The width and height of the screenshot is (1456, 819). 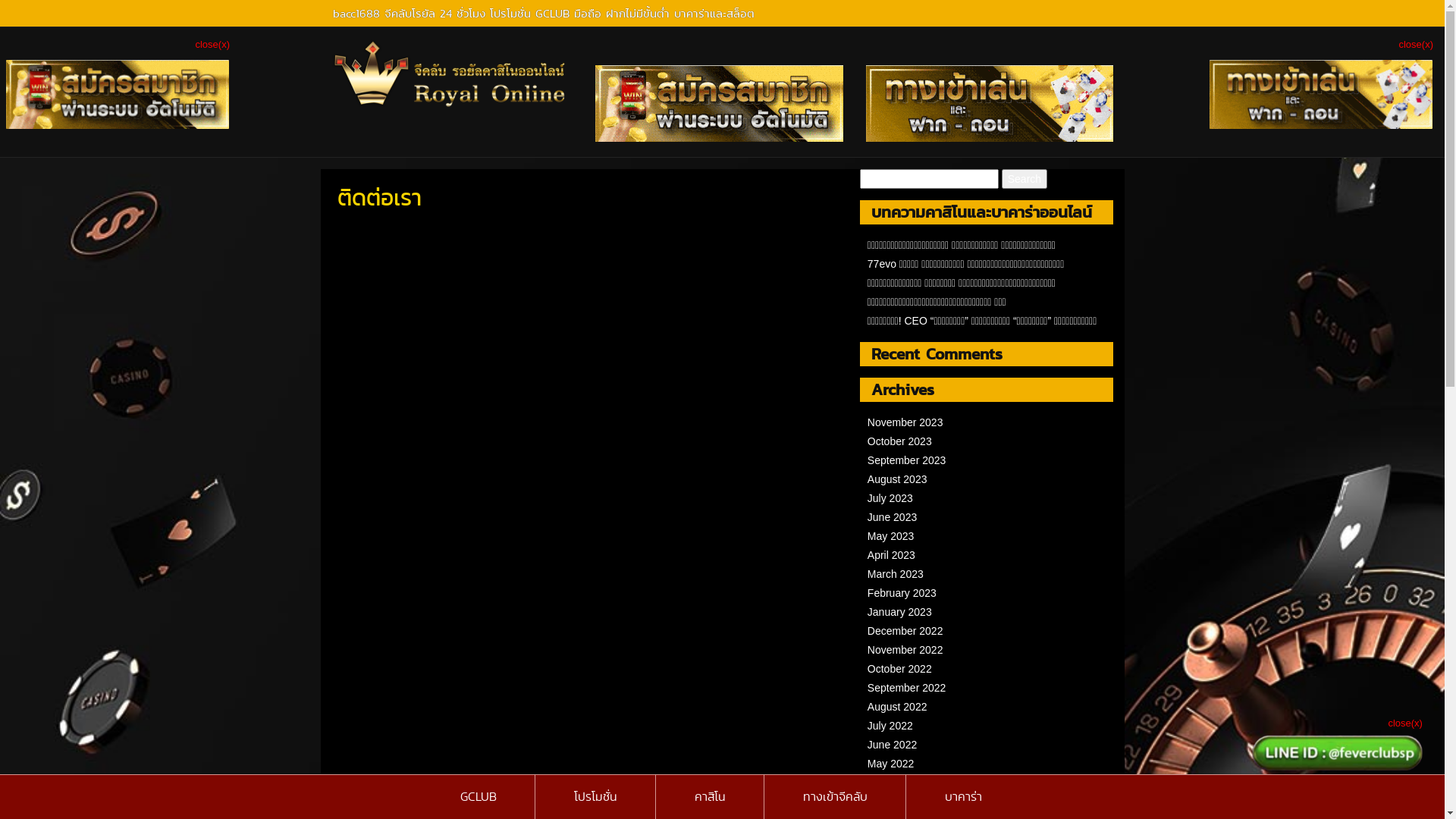 I want to click on 'April 2022', so click(x=891, y=783).